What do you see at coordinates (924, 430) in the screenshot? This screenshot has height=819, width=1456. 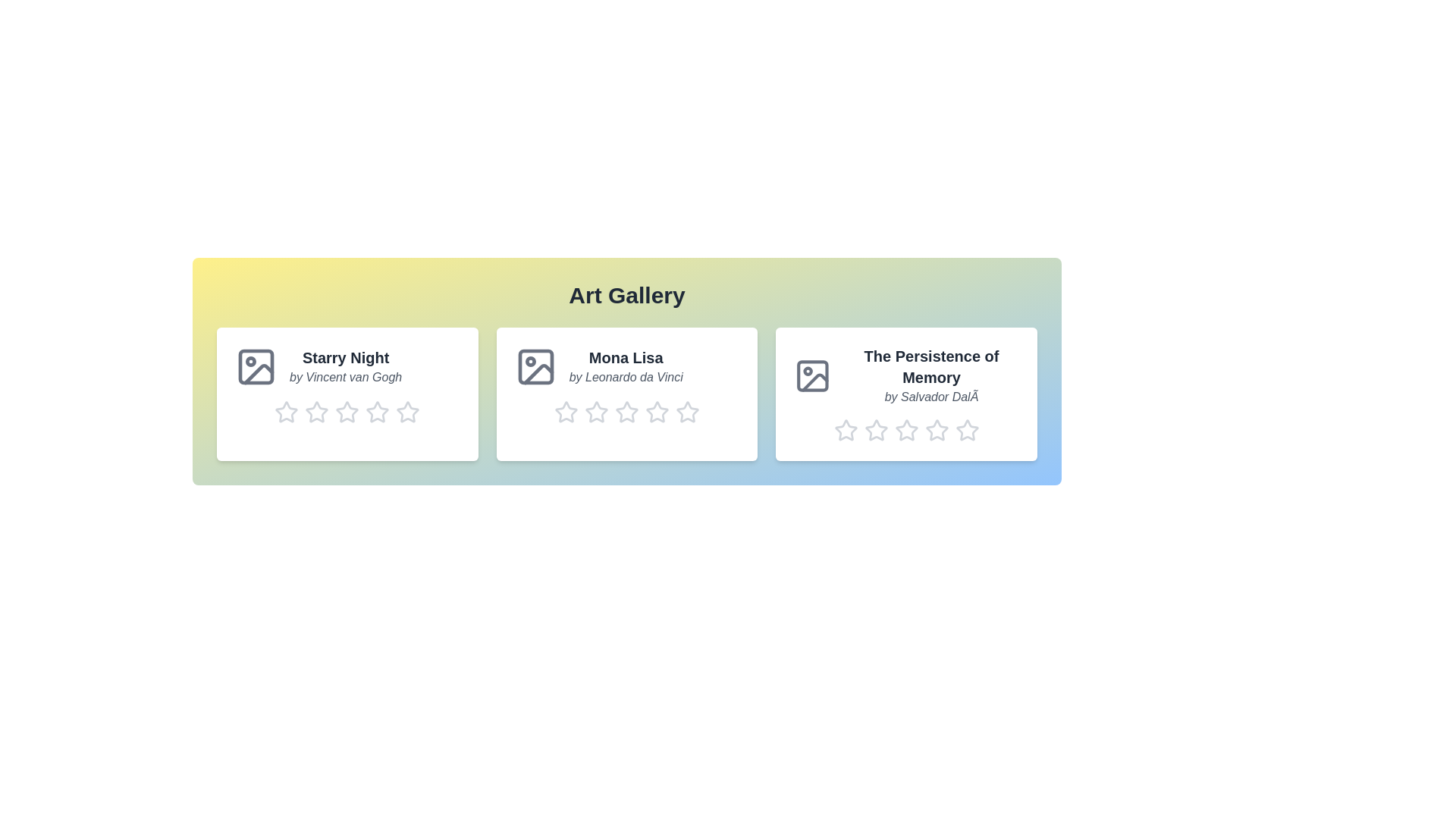 I see `the rating of artwork 3 to 4 stars` at bounding box center [924, 430].